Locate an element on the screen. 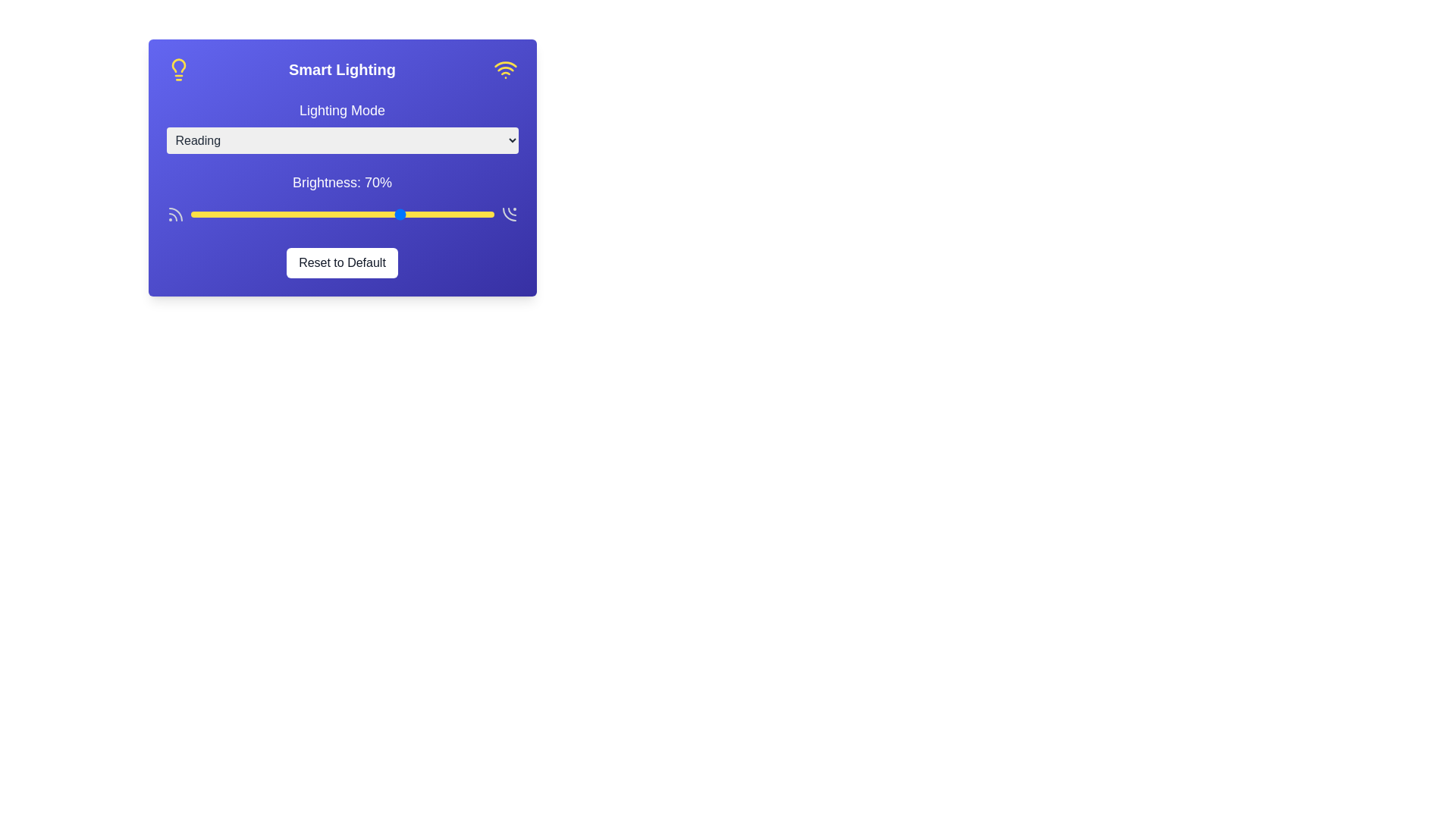  the lighting mode Reading from the dropdown menu is located at coordinates (341, 140).